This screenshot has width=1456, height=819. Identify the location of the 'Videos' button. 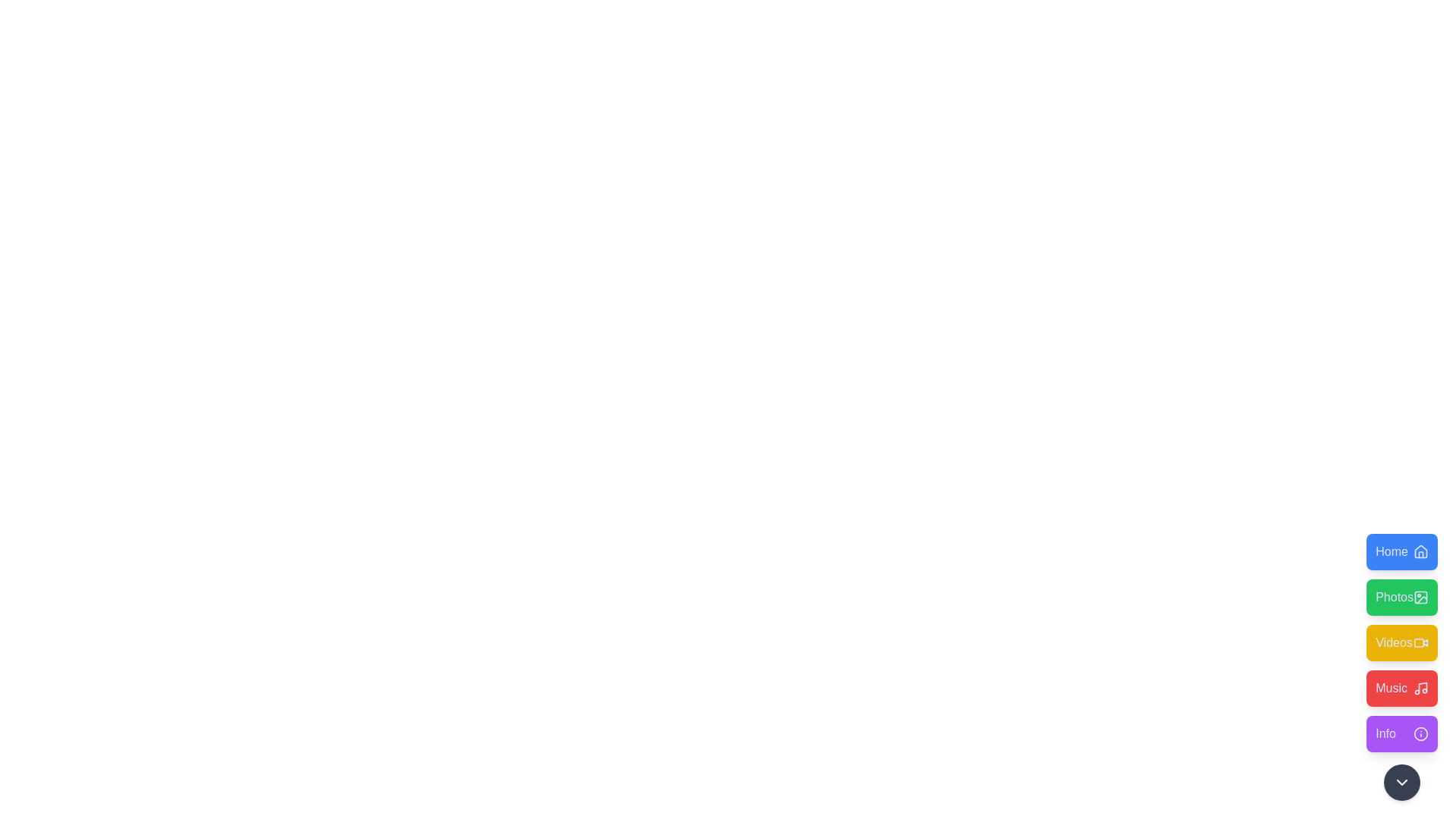
(1401, 643).